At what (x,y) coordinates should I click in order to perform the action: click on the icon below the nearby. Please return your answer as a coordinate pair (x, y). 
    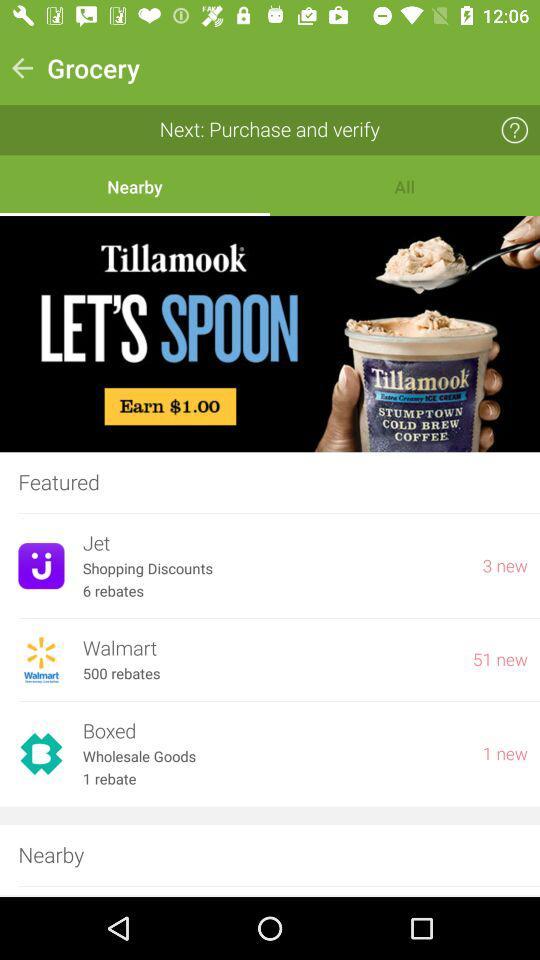
    Looking at the image, I should click on (270, 334).